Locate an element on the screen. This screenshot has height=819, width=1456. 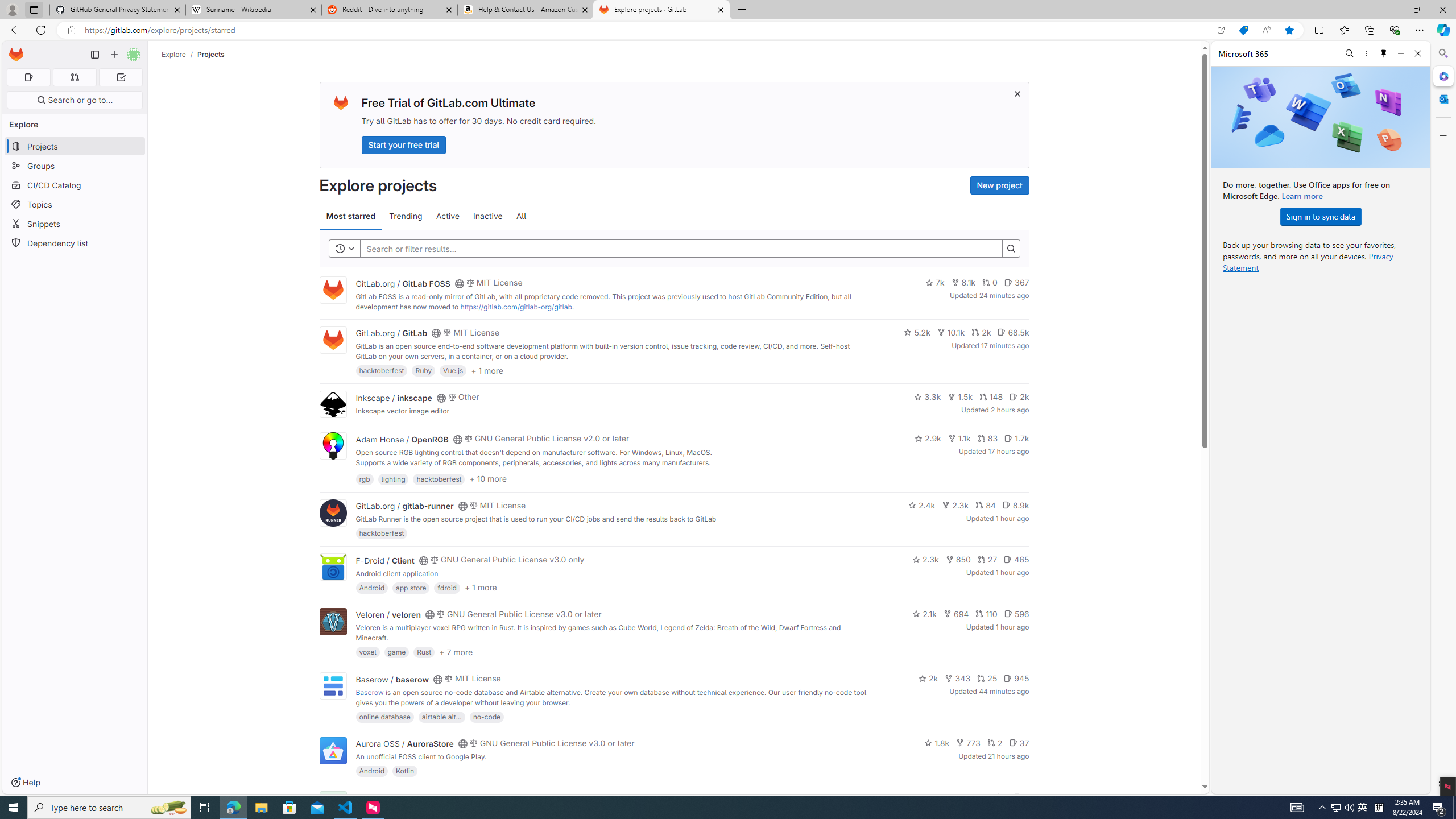
'465' is located at coordinates (1015, 560).